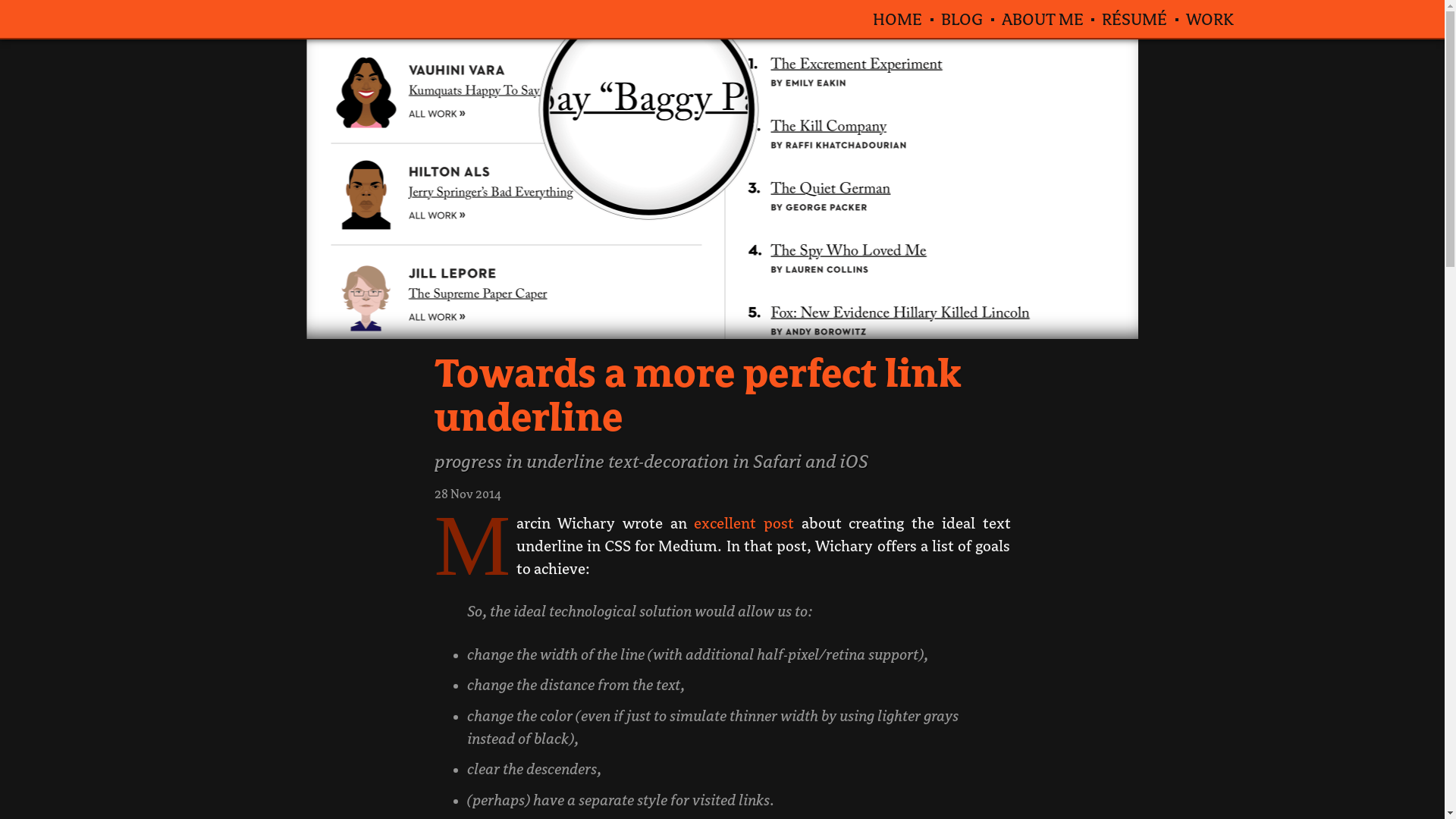 Image resolution: width=1456 pixels, height=819 pixels. What do you see at coordinates (961, 18) in the screenshot?
I see `'BLOG'` at bounding box center [961, 18].